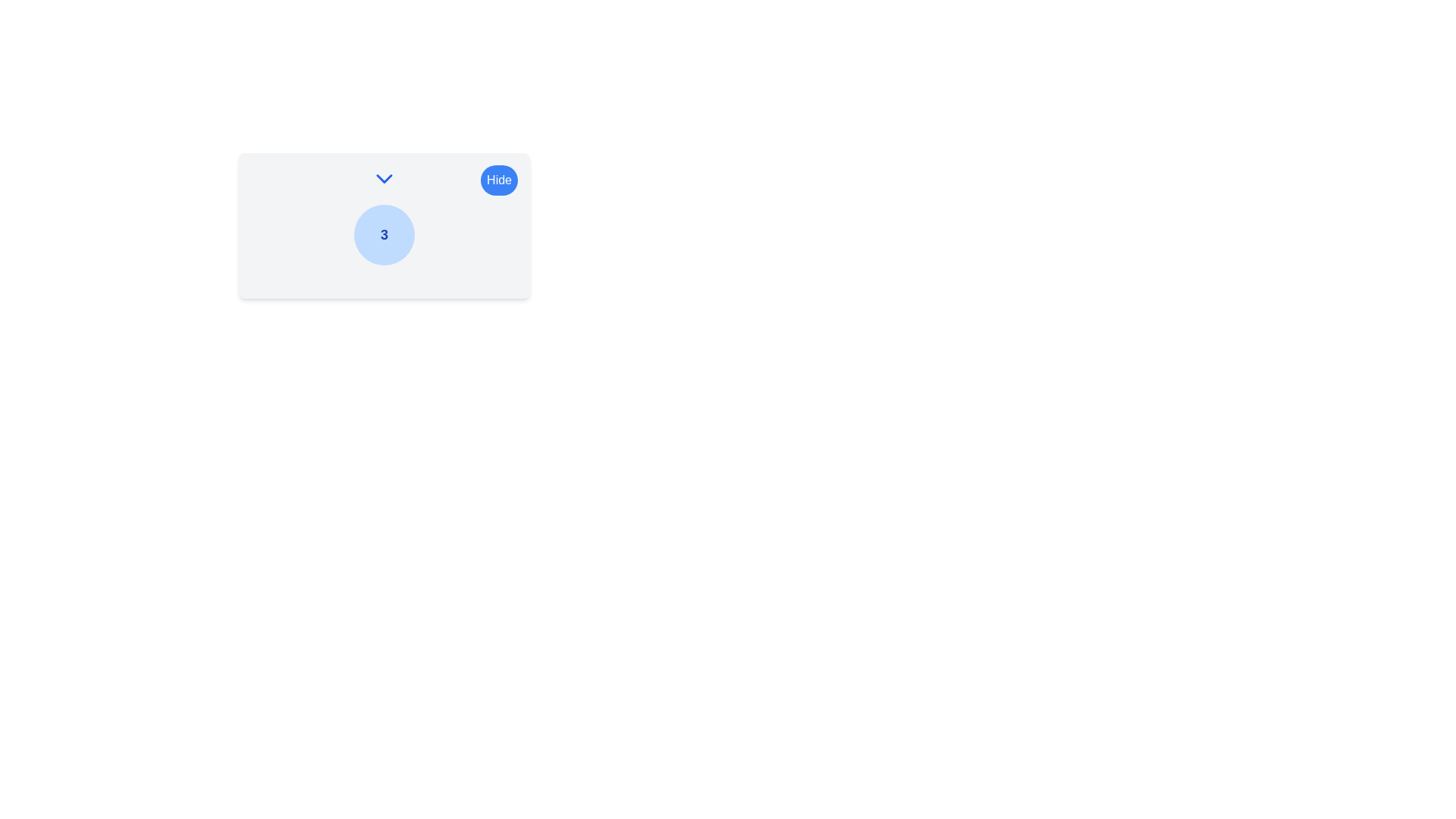 The image size is (1456, 819). What do you see at coordinates (384, 234) in the screenshot?
I see `the circular badge or marker displaying the numeral '3', which is centrally located beneath a downward-pointing arrow icon` at bounding box center [384, 234].